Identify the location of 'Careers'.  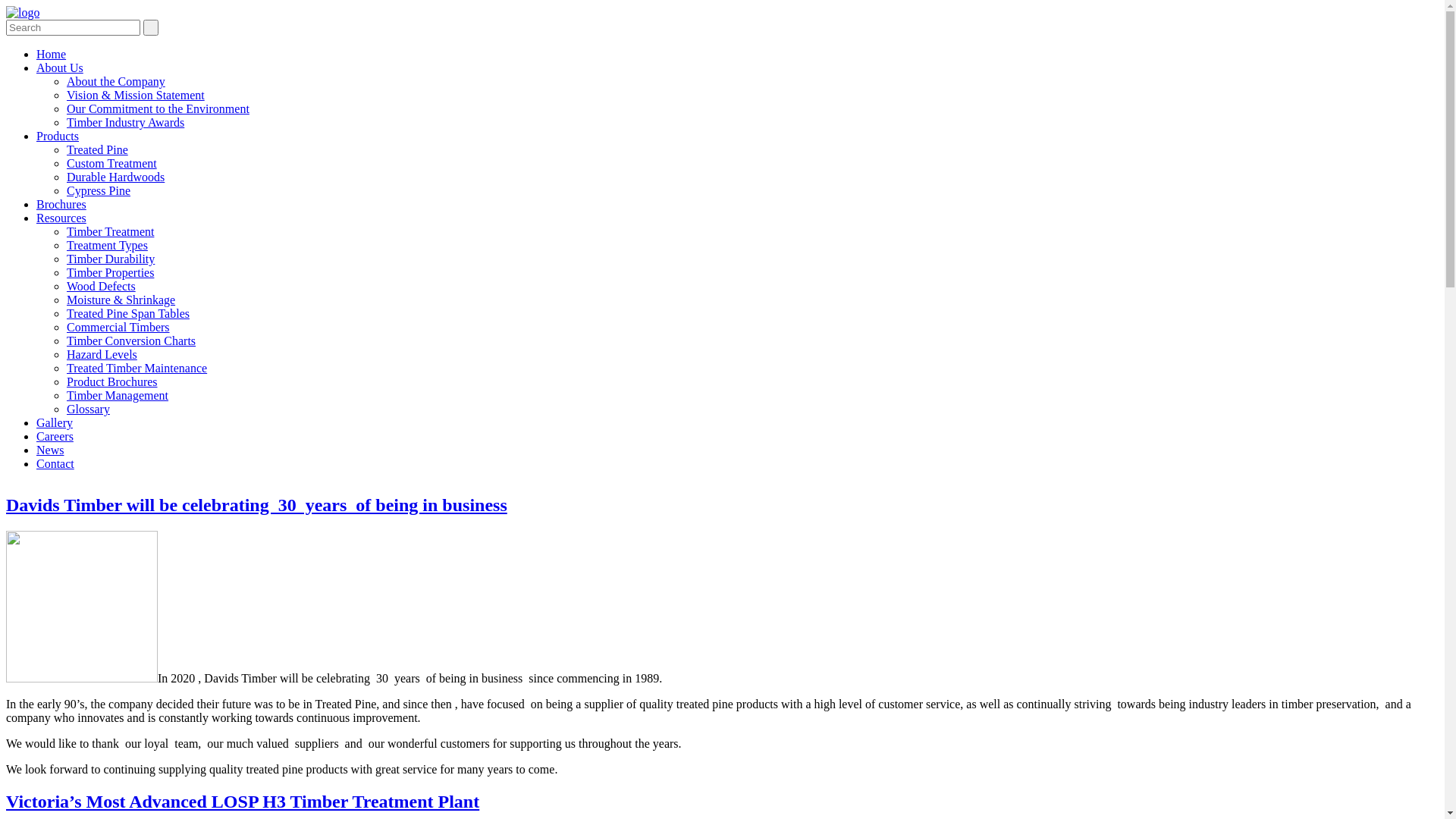
(55, 436).